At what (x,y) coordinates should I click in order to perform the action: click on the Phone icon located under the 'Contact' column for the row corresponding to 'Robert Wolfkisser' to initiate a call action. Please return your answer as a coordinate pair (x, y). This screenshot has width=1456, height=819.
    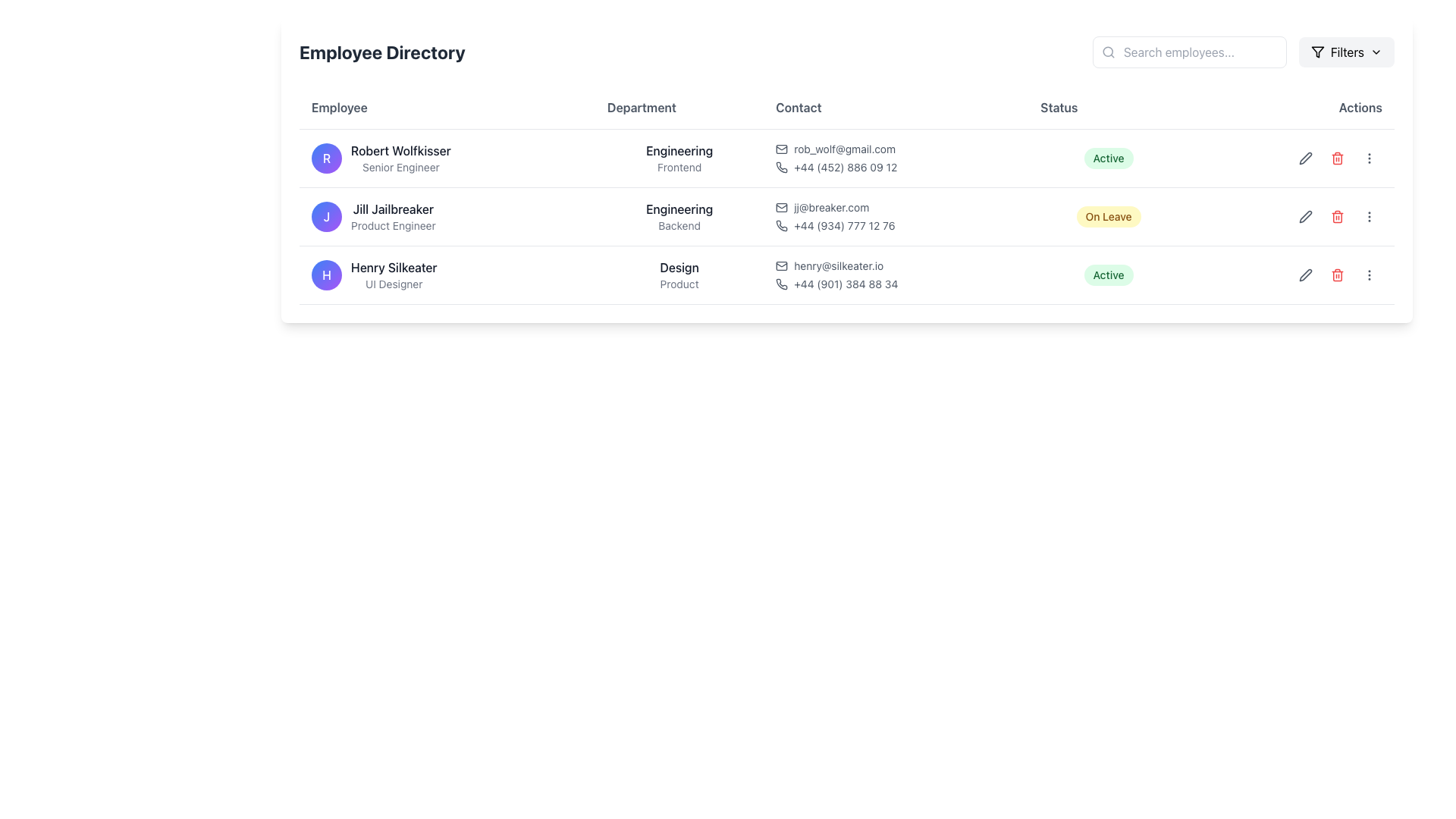
    Looking at the image, I should click on (782, 167).